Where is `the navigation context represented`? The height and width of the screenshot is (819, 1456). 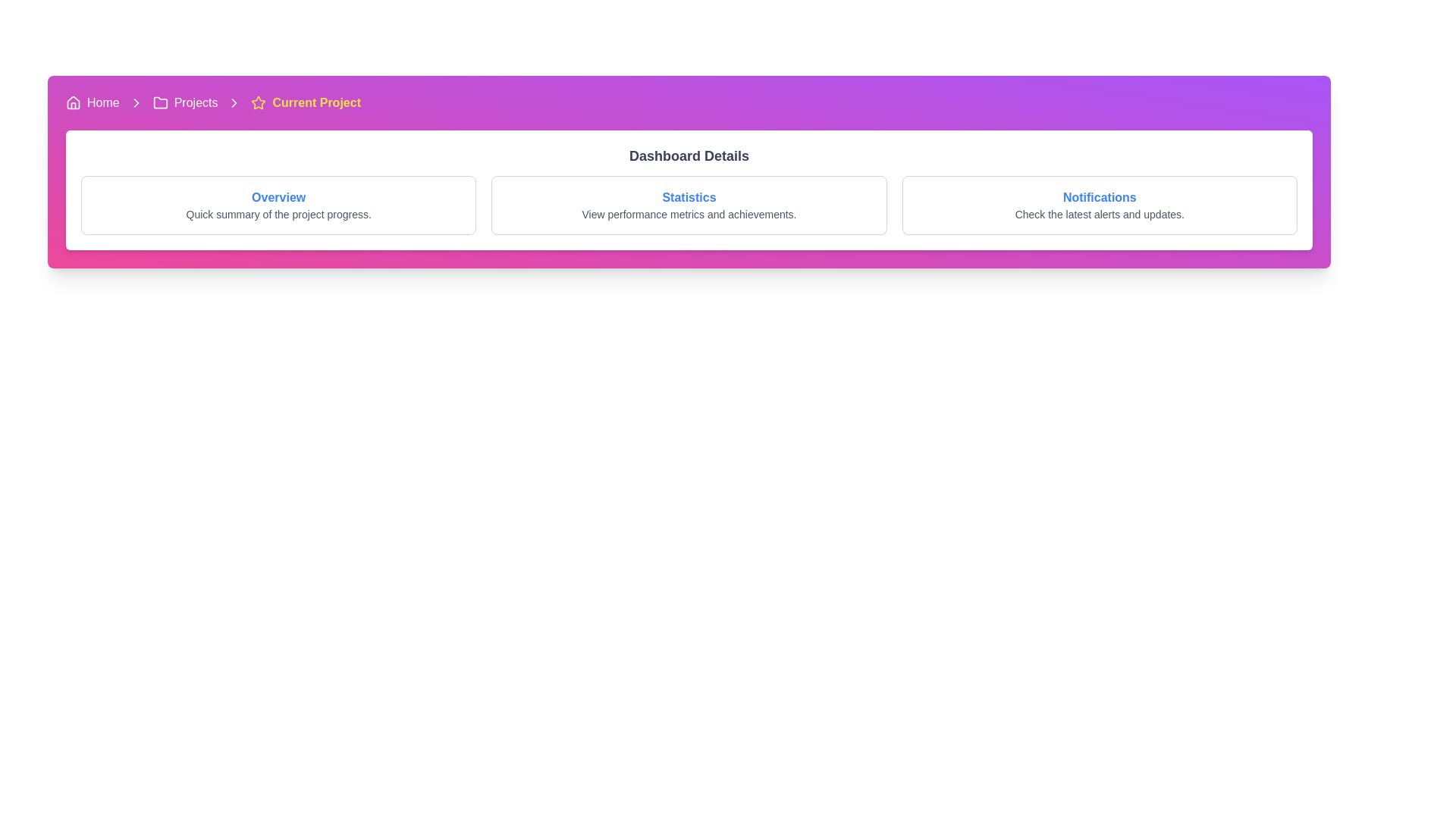 the navigation context represented is located at coordinates (160, 102).